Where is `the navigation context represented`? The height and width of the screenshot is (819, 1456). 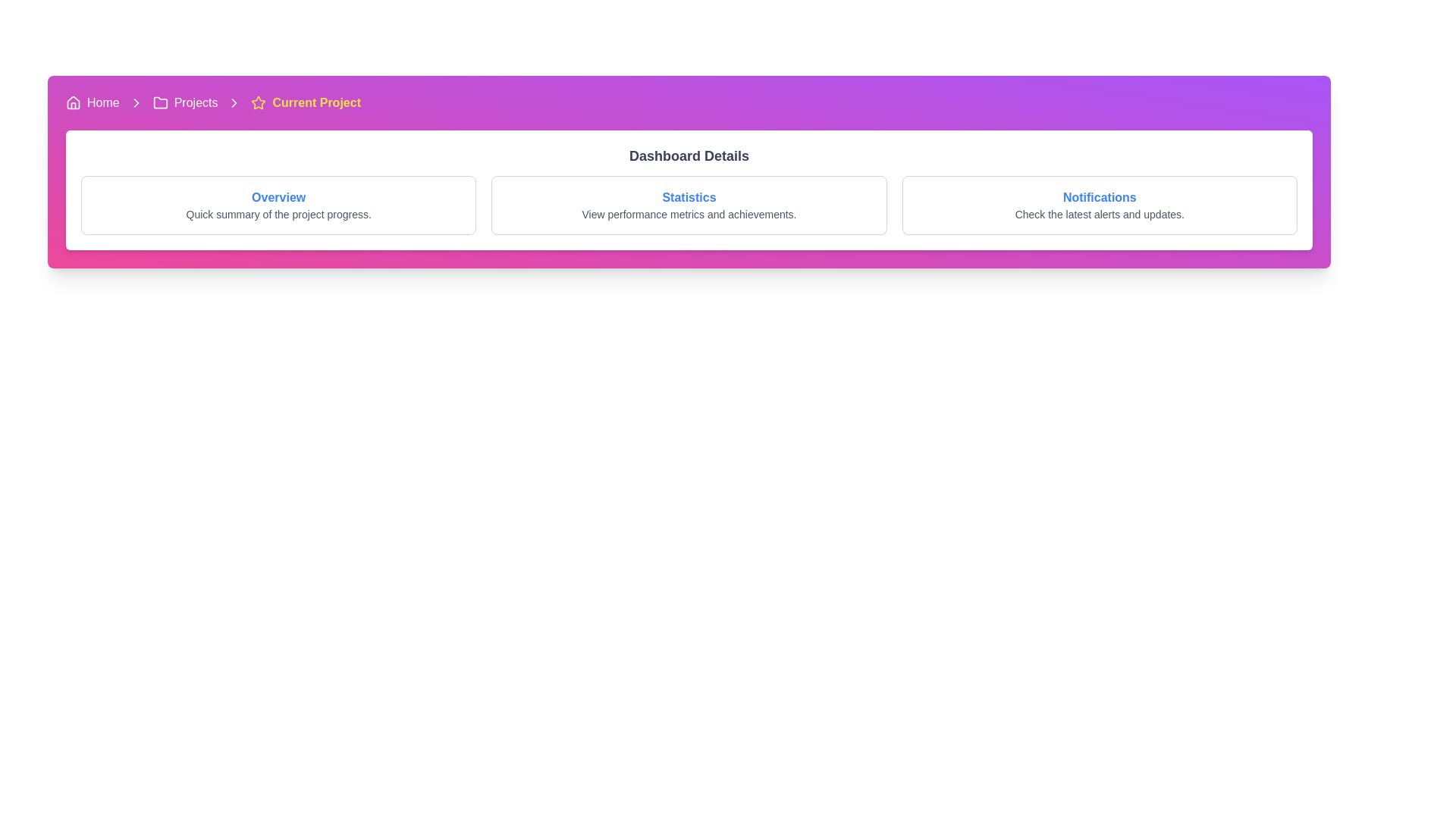 the navigation context represented is located at coordinates (160, 102).